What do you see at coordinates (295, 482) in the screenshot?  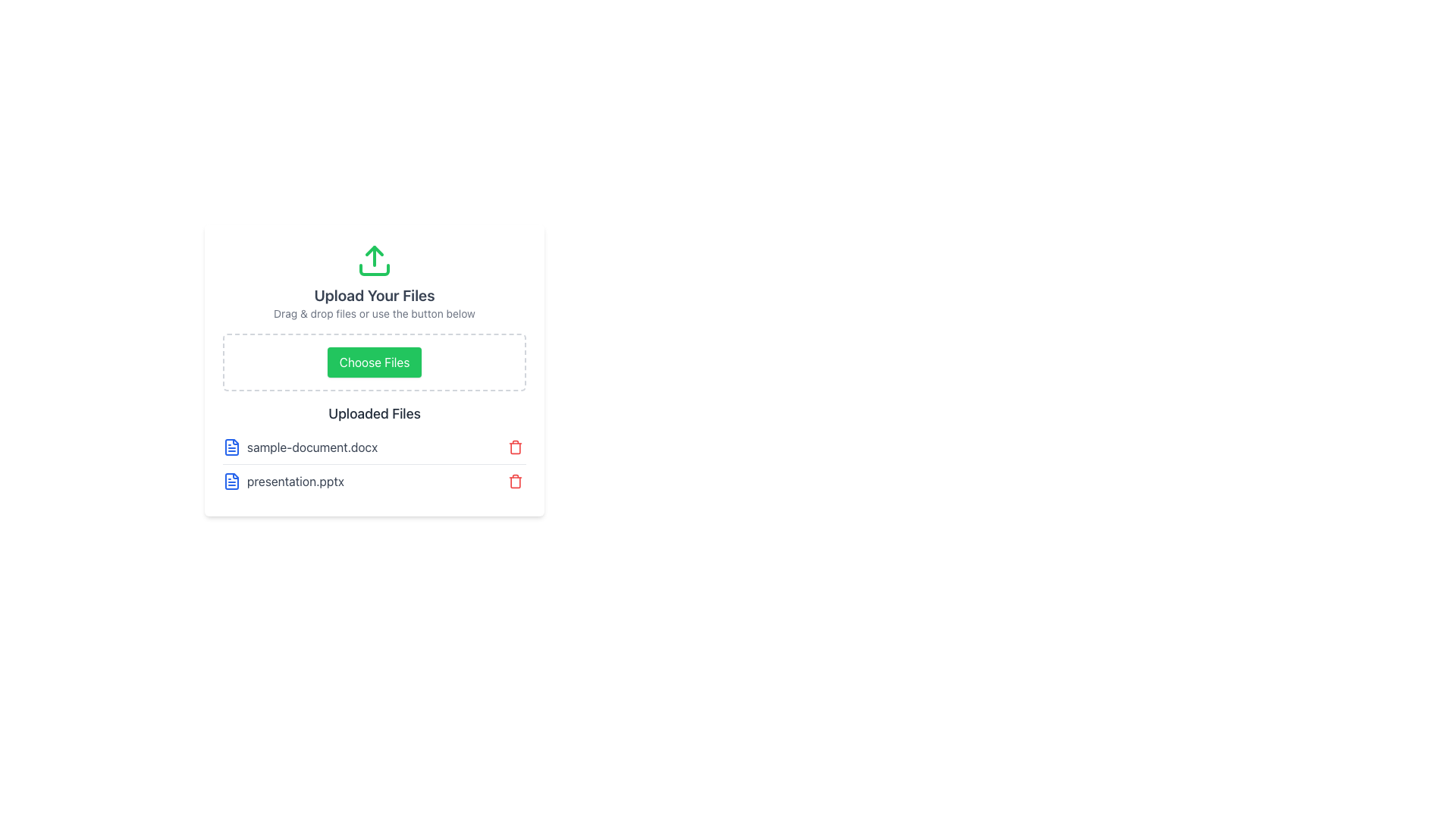 I see `the text label displaying the name of the uploaded file located` at bounding box center [295, 482].